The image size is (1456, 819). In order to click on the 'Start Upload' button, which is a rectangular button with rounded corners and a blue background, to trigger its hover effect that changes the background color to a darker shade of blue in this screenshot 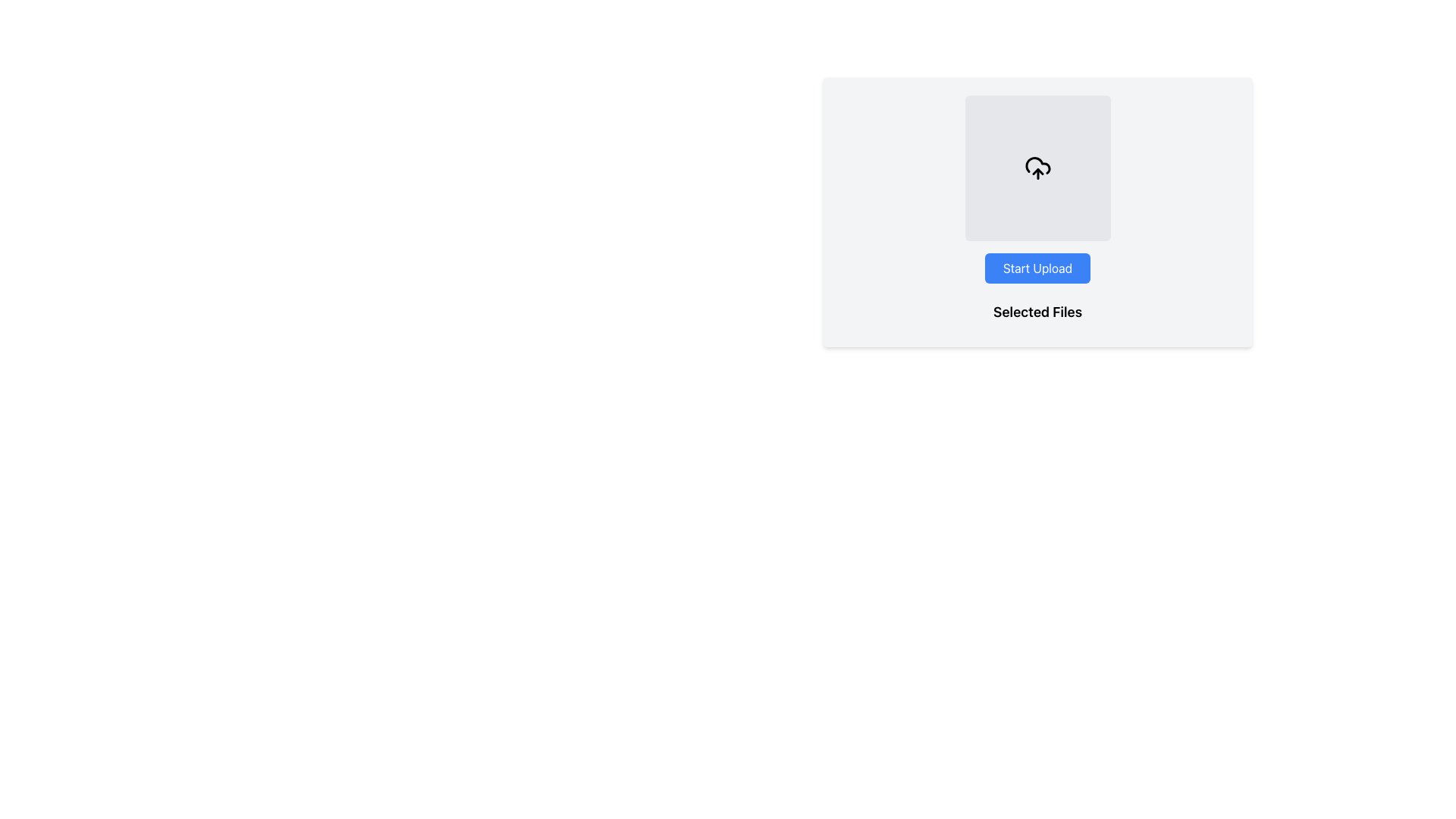, I will do `click(1037, 268)`.